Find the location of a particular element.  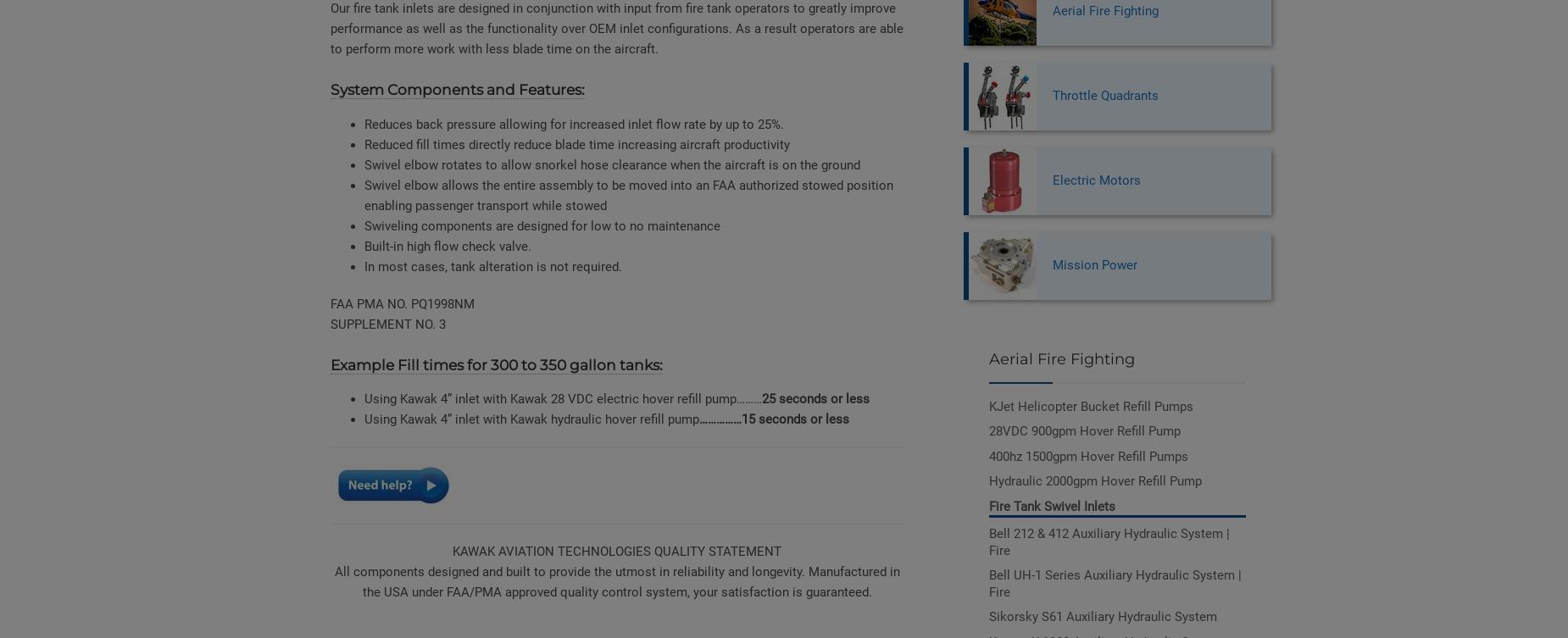

'In most cases, tank alteration is not required.' is located at coordinates (493, 266).